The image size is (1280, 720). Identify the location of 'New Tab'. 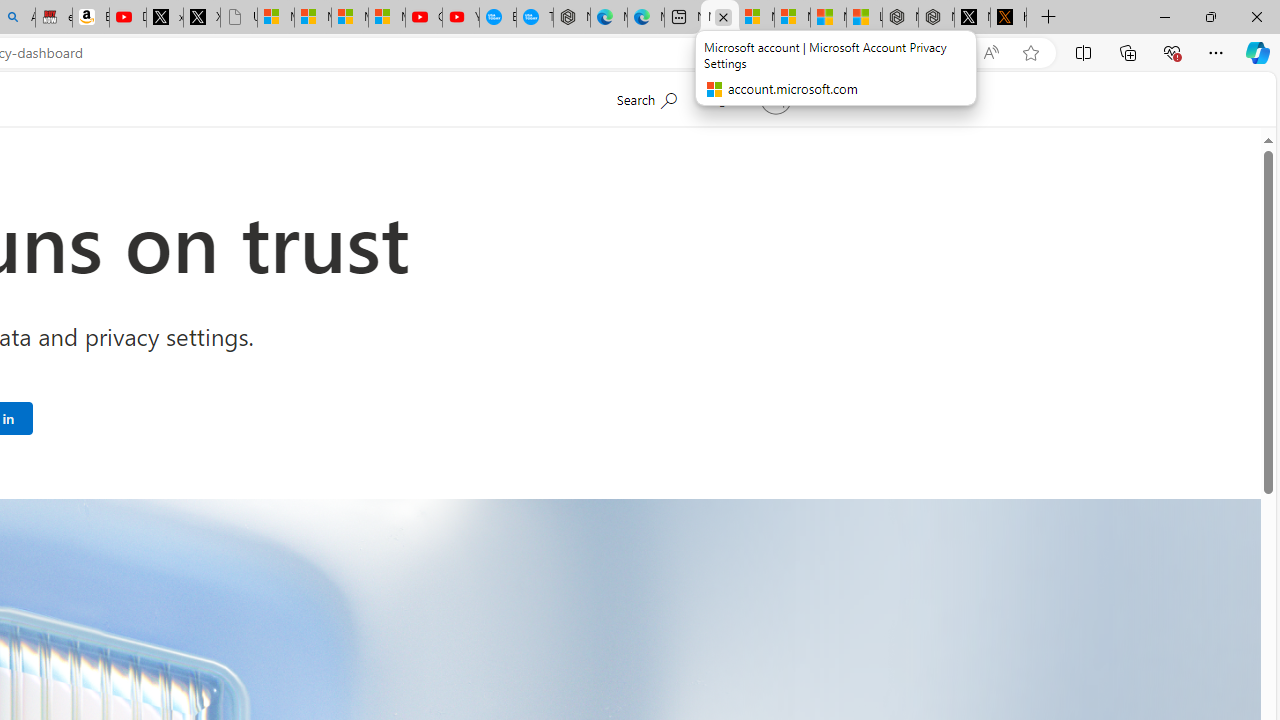
(1047, 17).